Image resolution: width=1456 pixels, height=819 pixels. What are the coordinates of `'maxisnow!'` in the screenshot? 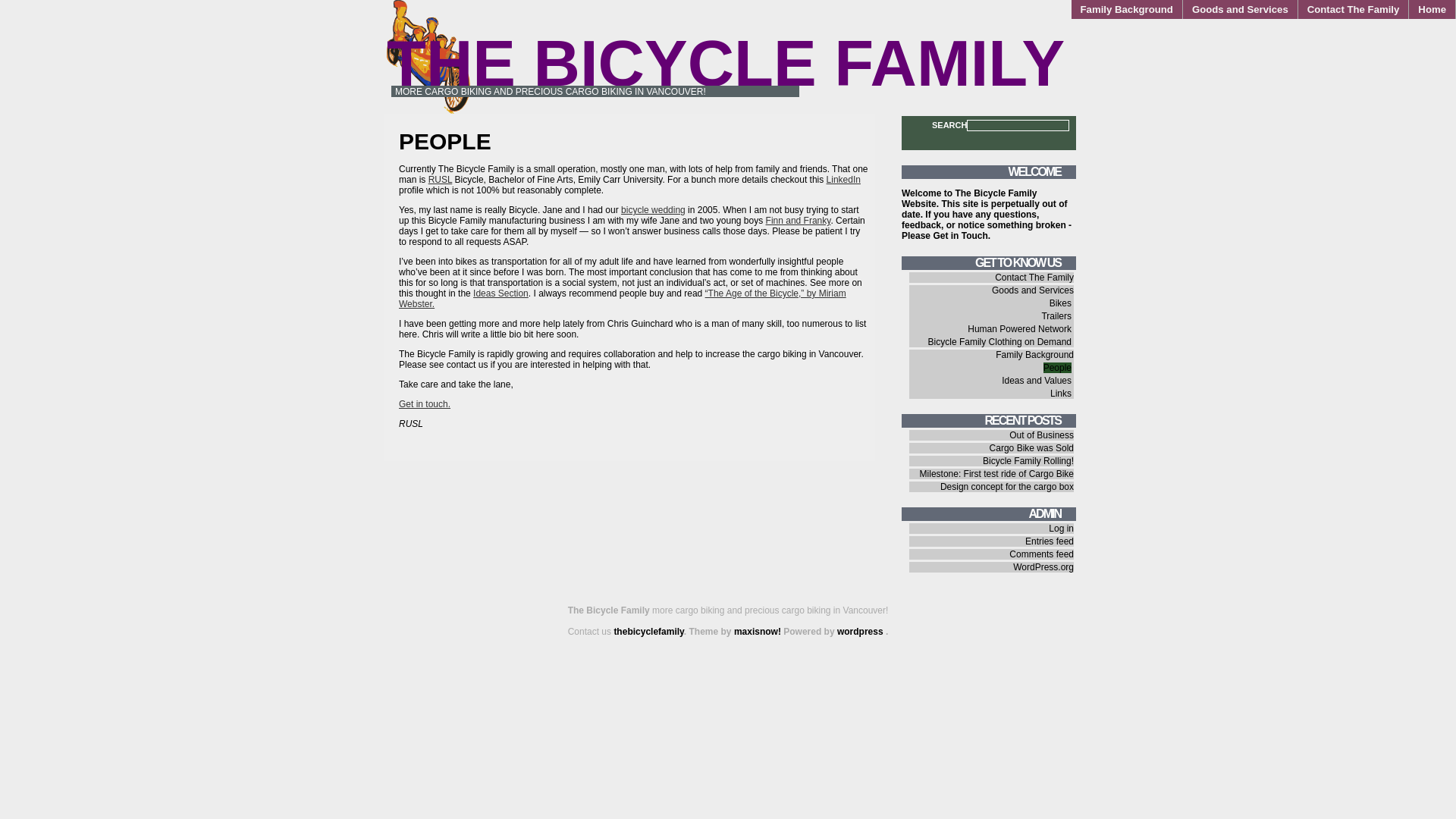 It's located at (757, 632).